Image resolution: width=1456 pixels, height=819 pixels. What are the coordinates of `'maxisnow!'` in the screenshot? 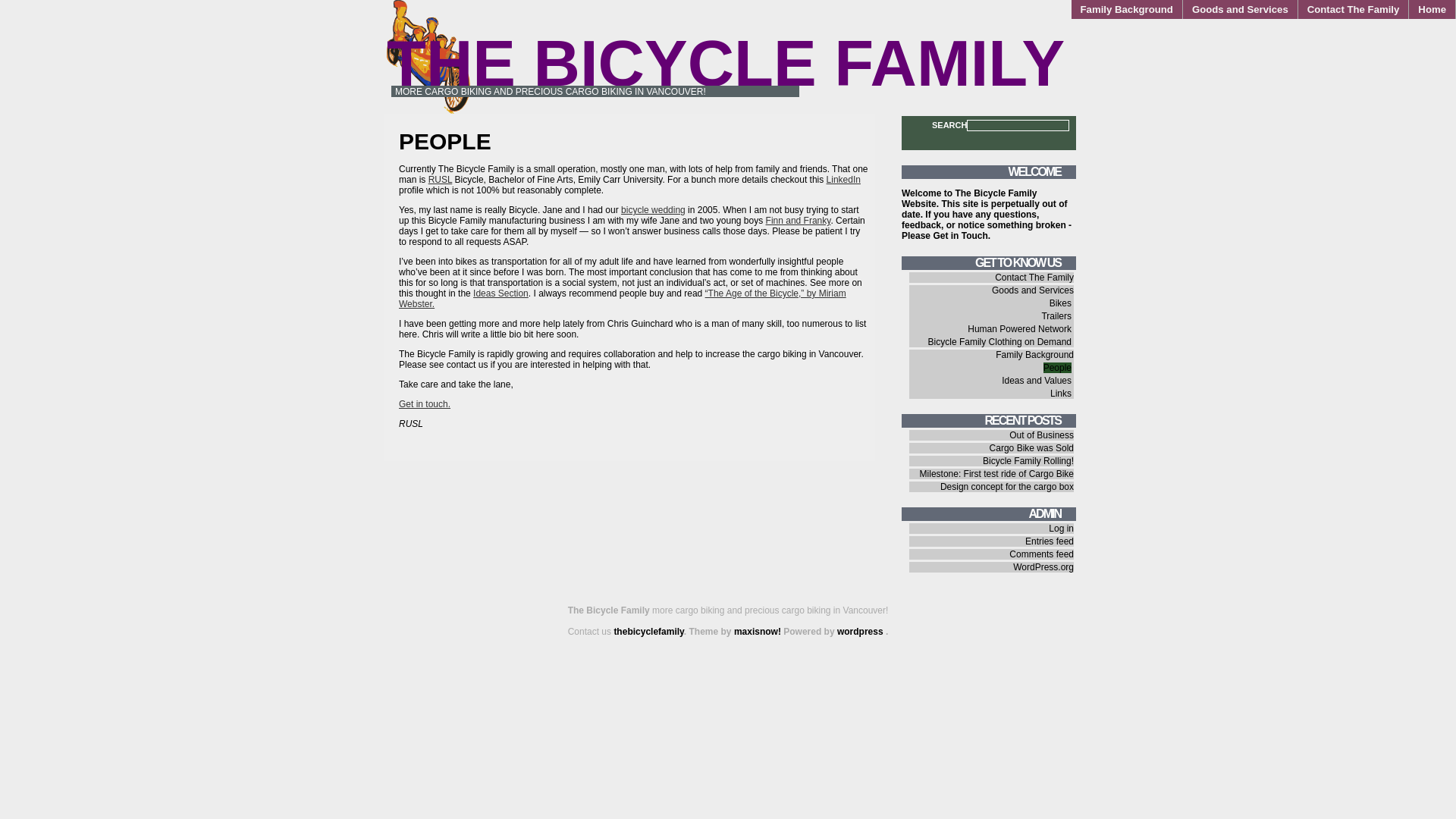 It's located at (757, 632).